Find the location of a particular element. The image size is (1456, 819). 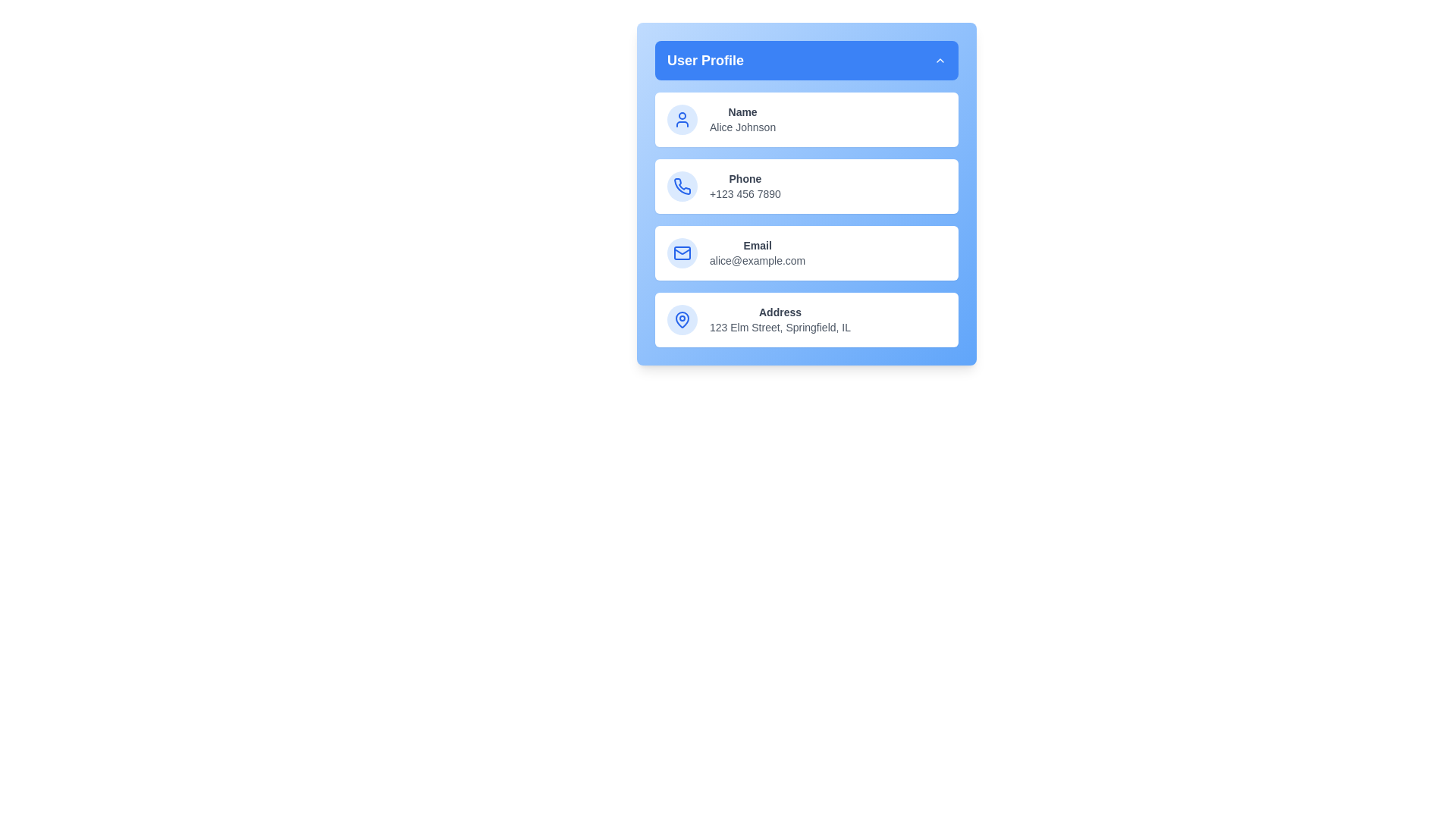

the 'Address' text display element, which shows '123 Elm Street, Springfield, IL' beneath the 'Email' section in the 'User Profile' card is located at coordinates (780, 318).